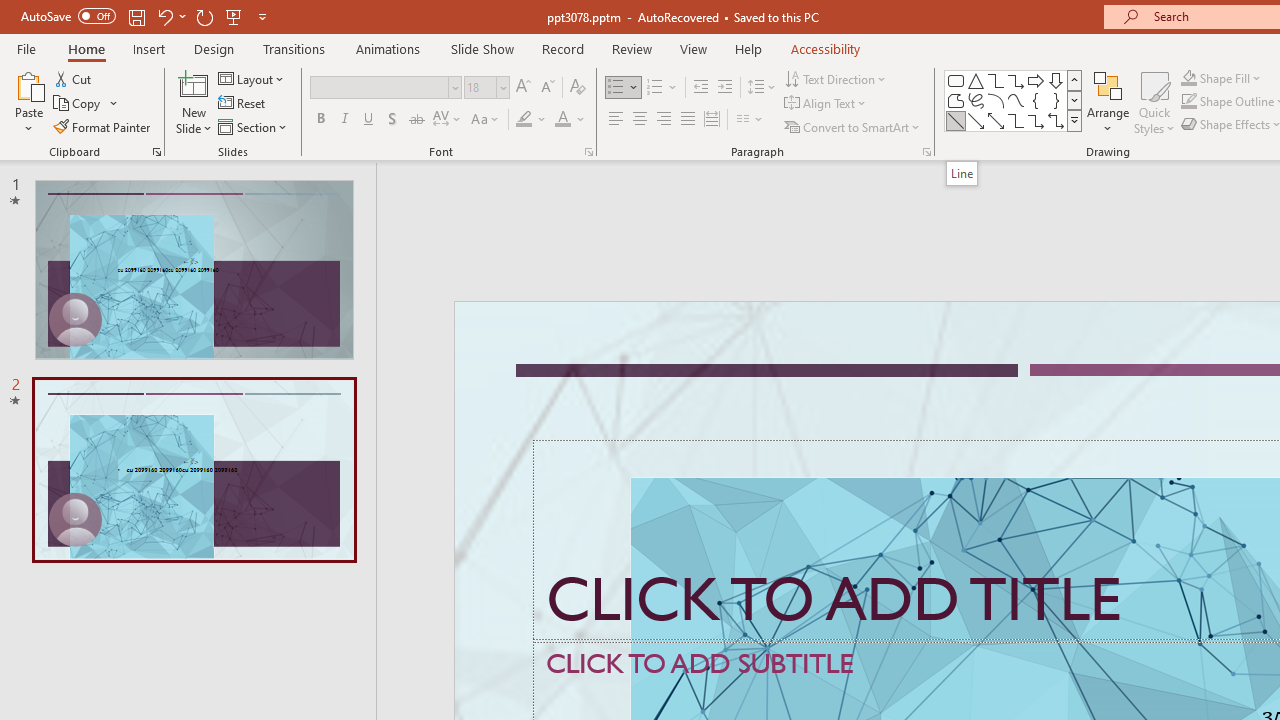  I want to click on 'Convert to SmartArt', so click(853, 127).